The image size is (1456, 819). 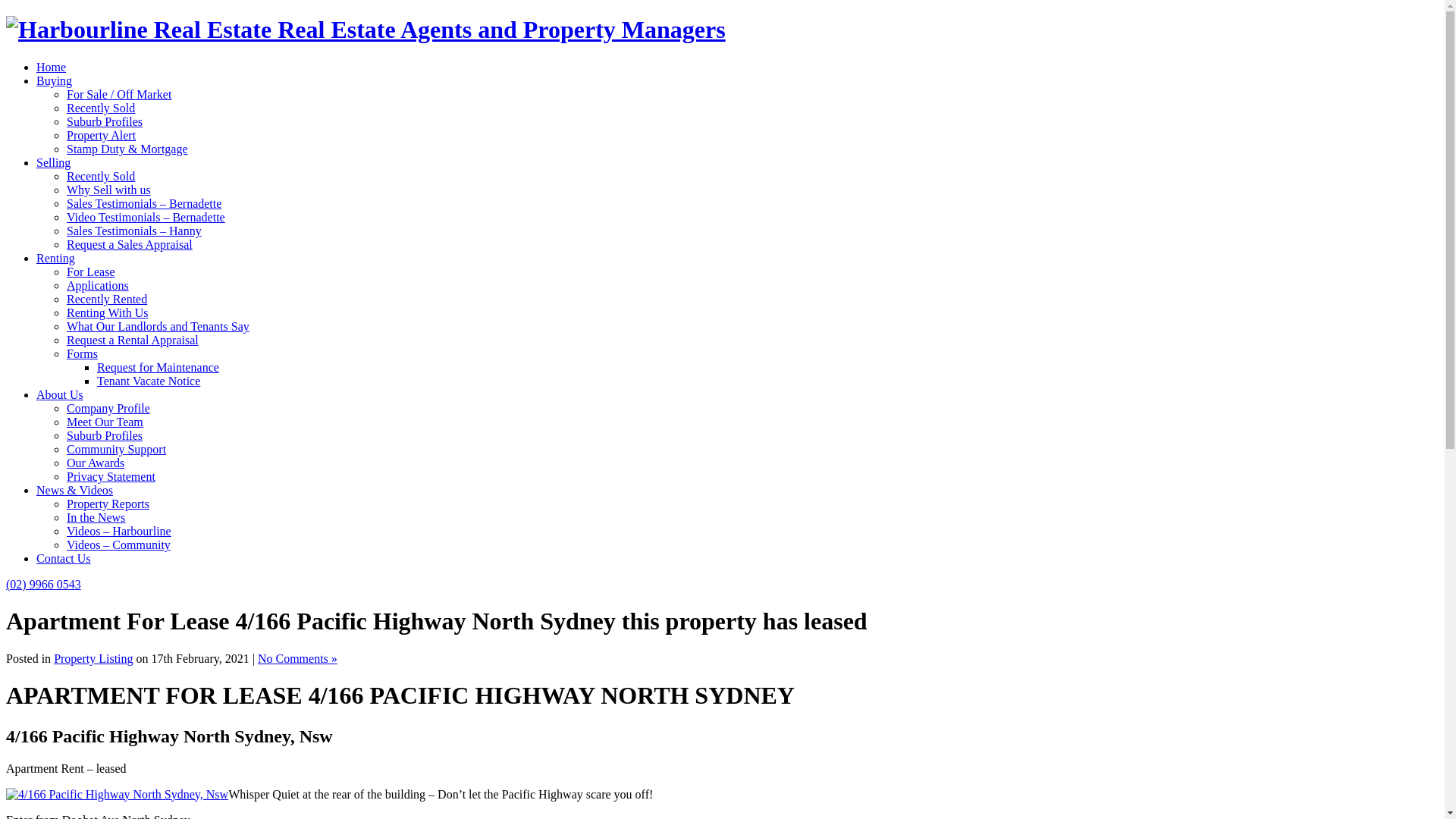 What do you see at coordinates (130, 243) in the screenshot?
I see `'Request a Sales Appraisal'` at bounding box center [130, 243].